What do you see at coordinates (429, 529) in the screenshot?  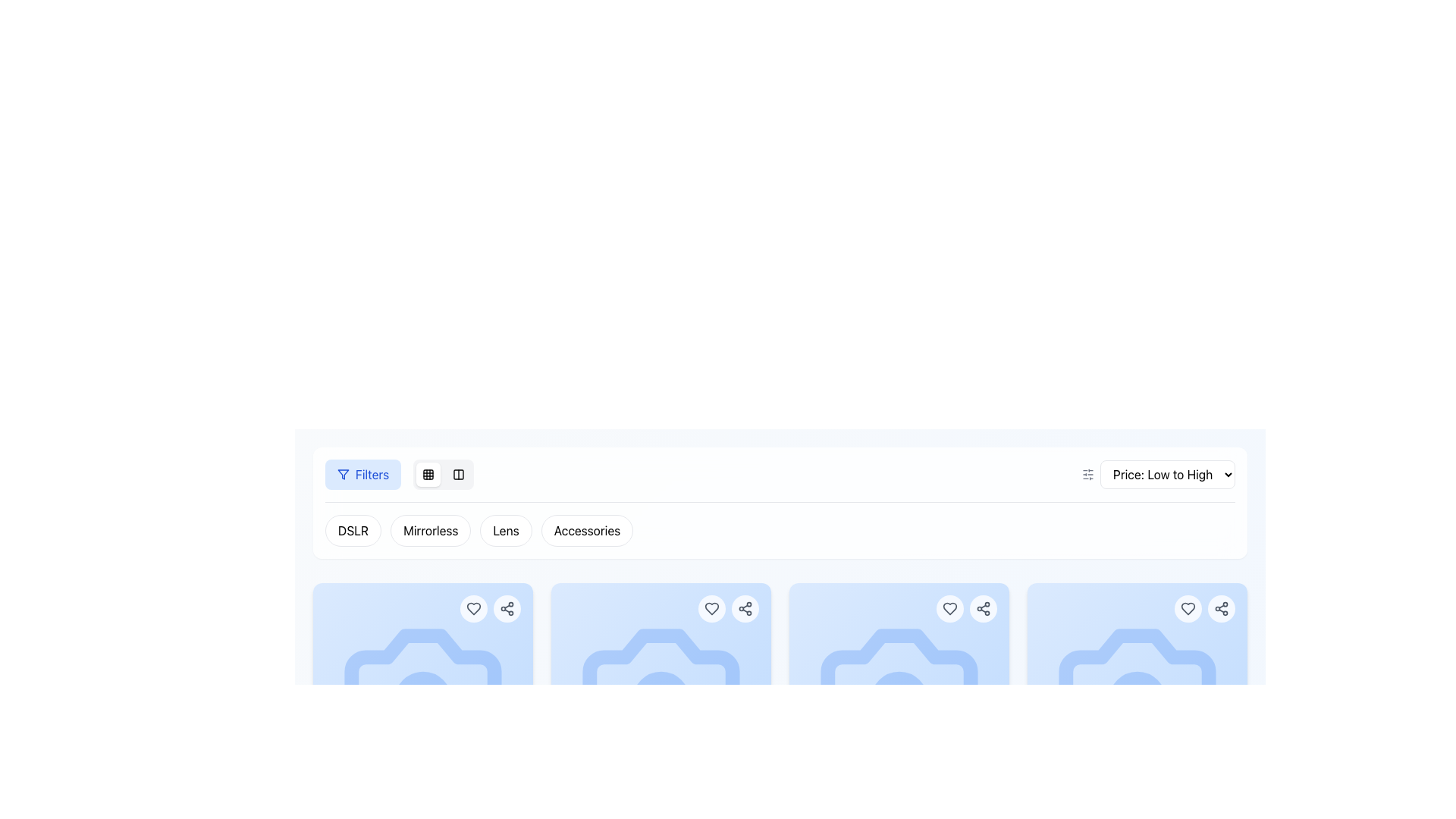 I see `the 'Mirrorless' filter button, which is the second button in a row of four filter buttons at the bottom of the filter bar` at bounding box center [429, 529].